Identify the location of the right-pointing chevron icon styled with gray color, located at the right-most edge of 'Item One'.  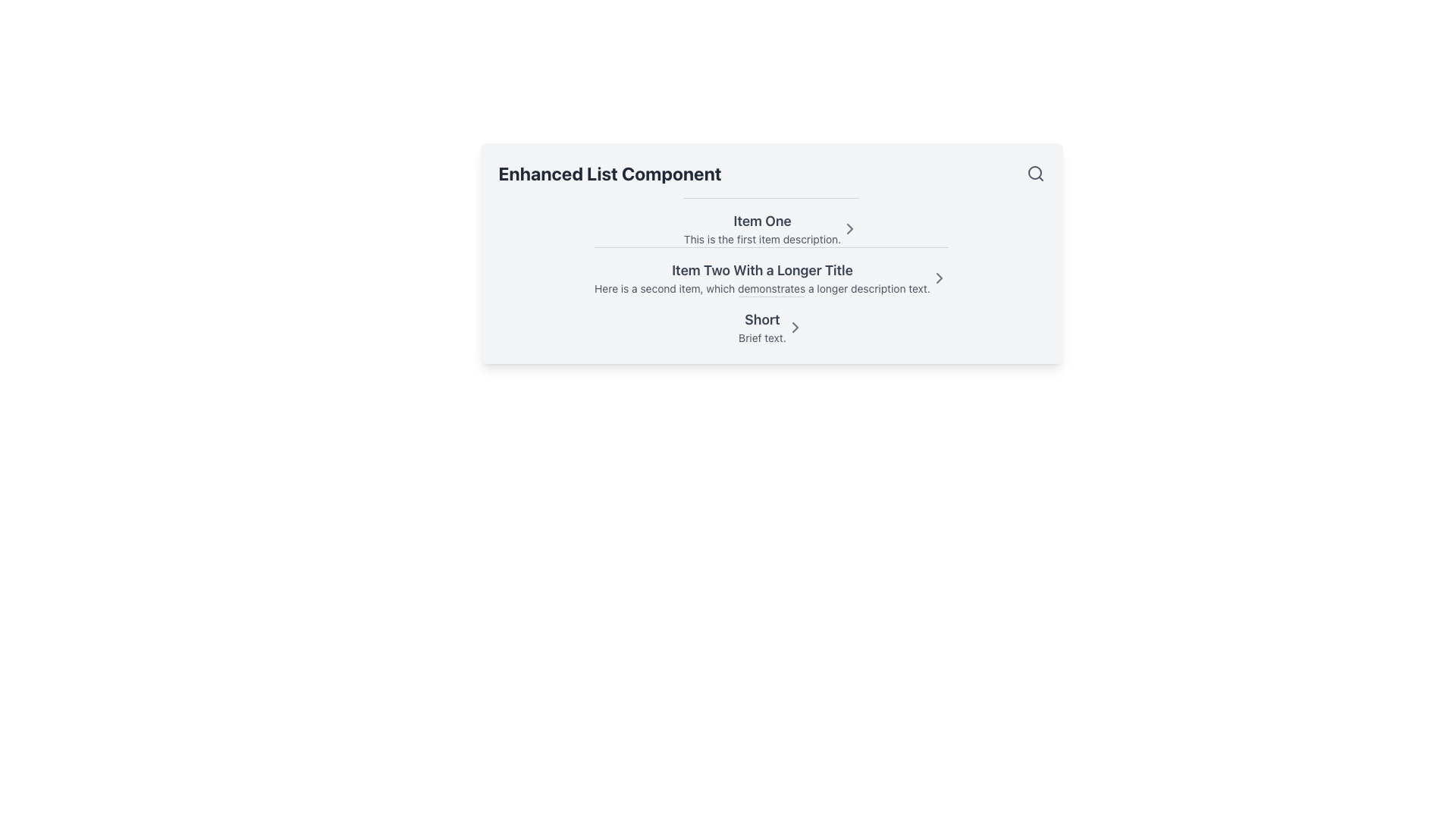
(850, 228).